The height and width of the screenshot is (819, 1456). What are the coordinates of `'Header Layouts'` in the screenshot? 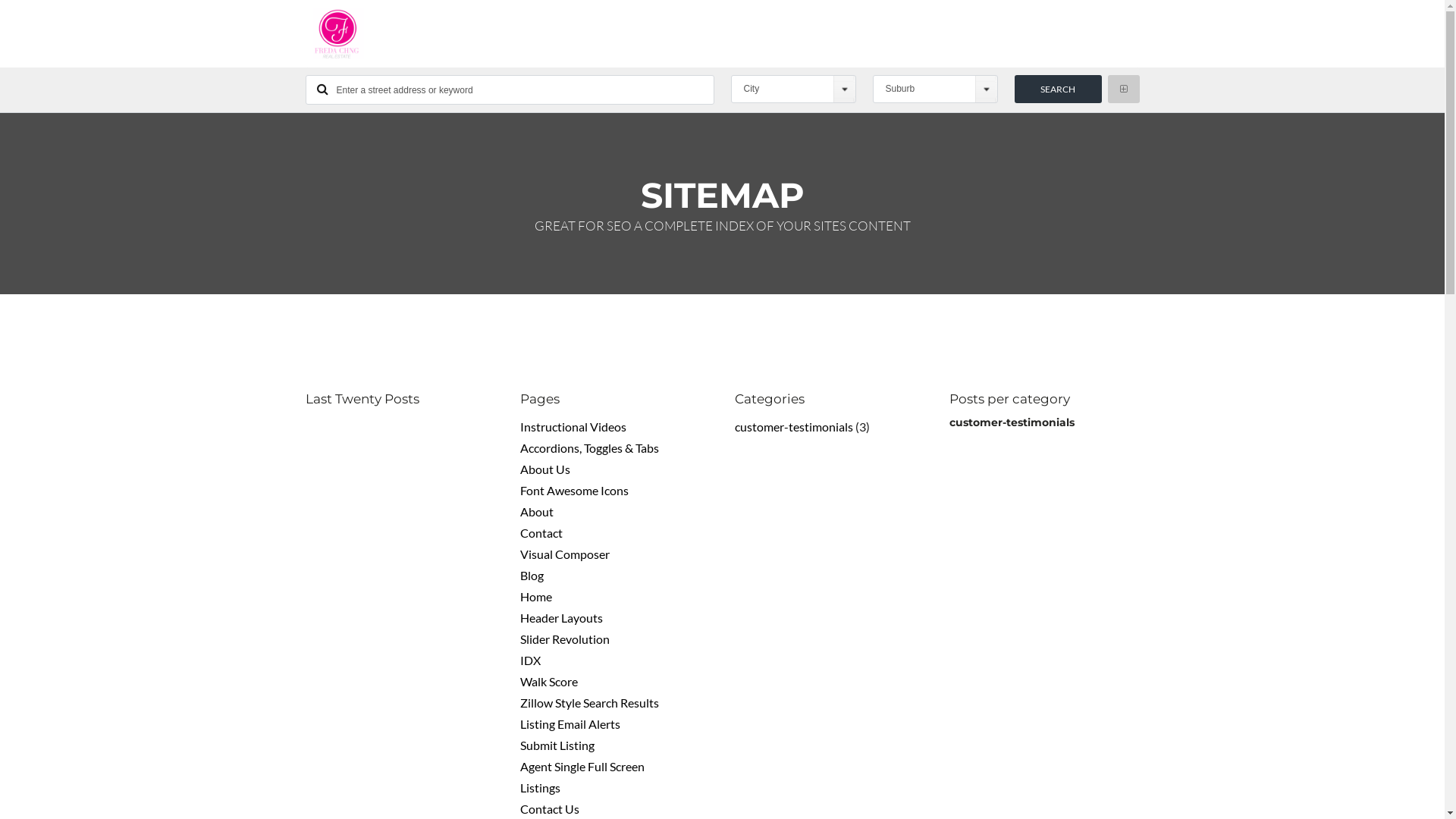 It's located at (560, 617).